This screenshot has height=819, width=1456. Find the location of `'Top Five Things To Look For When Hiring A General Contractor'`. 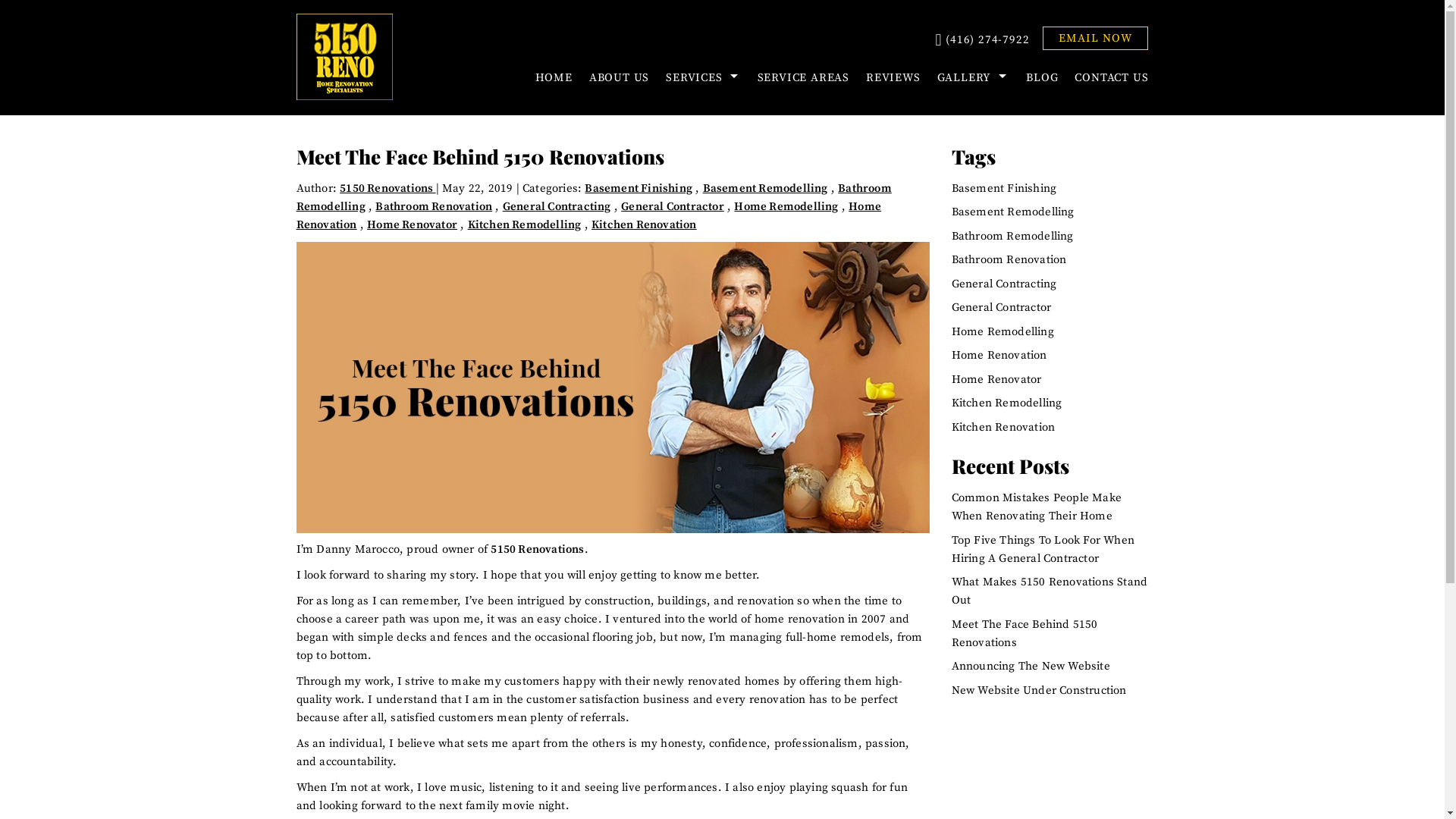

'Top Five Things To Look For When Hiring A General Contractor' is located at coordinates (1042, 549).